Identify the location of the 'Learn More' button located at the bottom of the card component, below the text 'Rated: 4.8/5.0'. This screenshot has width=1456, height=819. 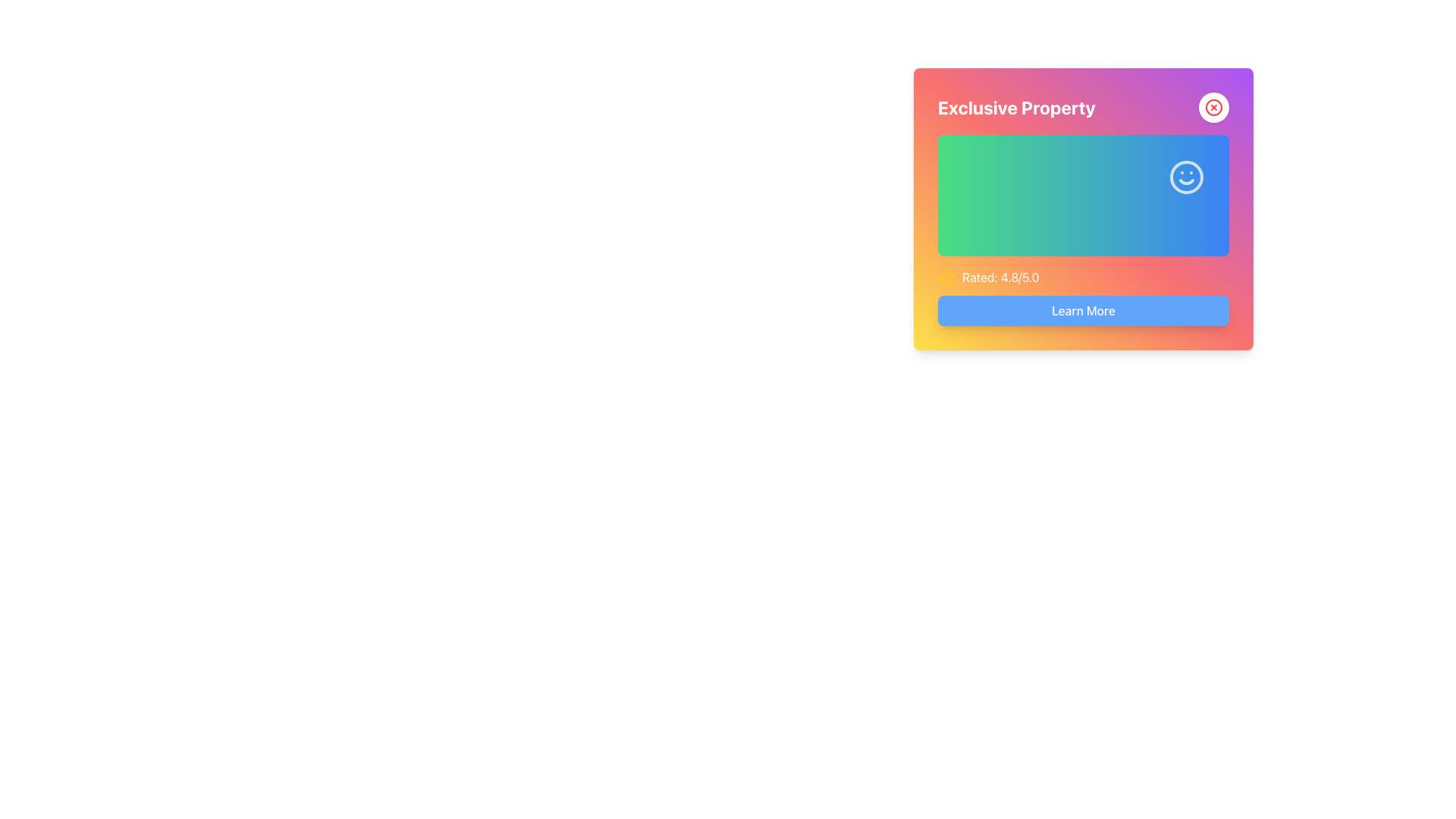
(1083, 309).